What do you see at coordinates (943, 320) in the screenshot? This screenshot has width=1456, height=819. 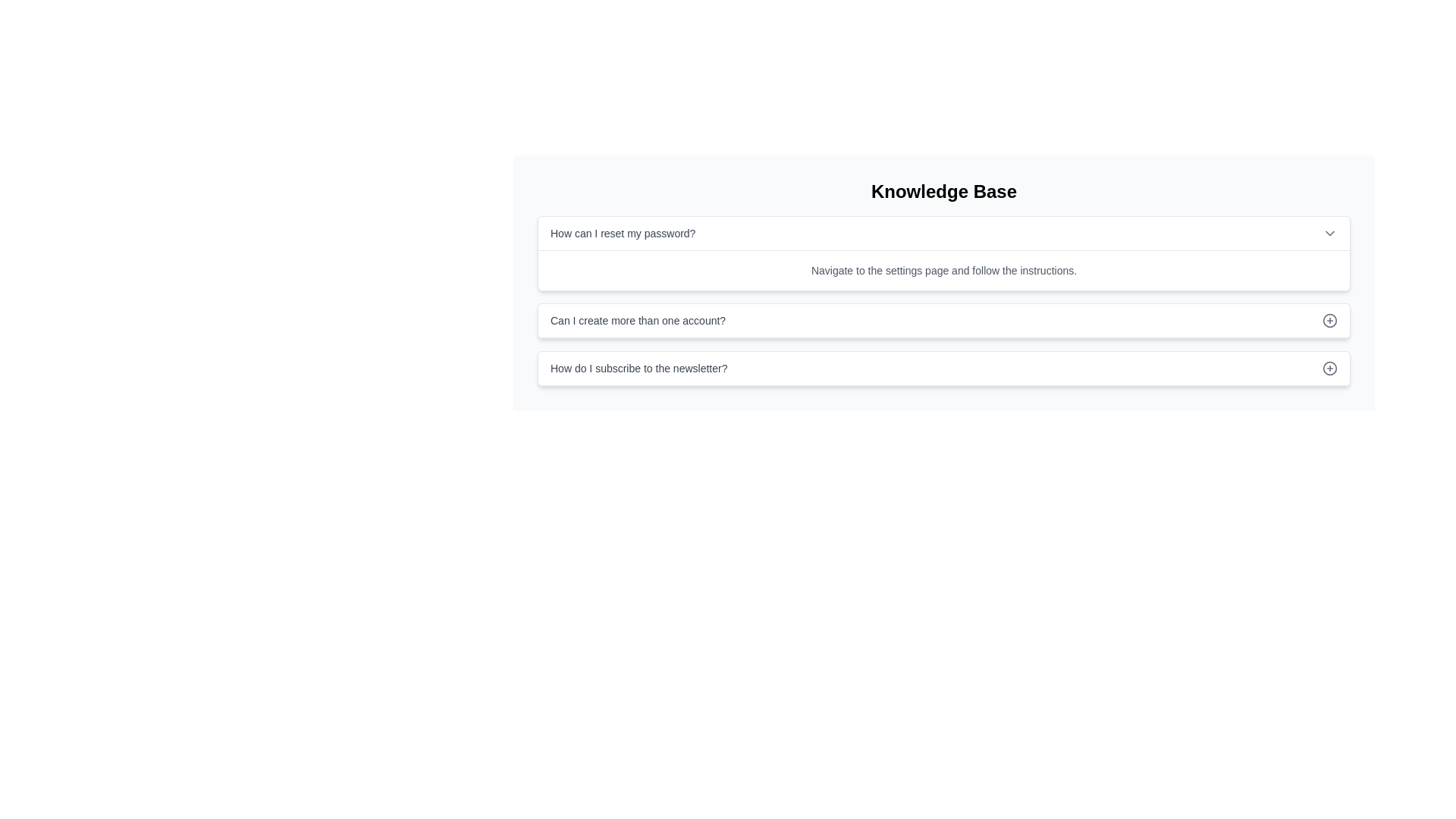 I see `the second Collapsible List Item` at bounding box center [943, 320].